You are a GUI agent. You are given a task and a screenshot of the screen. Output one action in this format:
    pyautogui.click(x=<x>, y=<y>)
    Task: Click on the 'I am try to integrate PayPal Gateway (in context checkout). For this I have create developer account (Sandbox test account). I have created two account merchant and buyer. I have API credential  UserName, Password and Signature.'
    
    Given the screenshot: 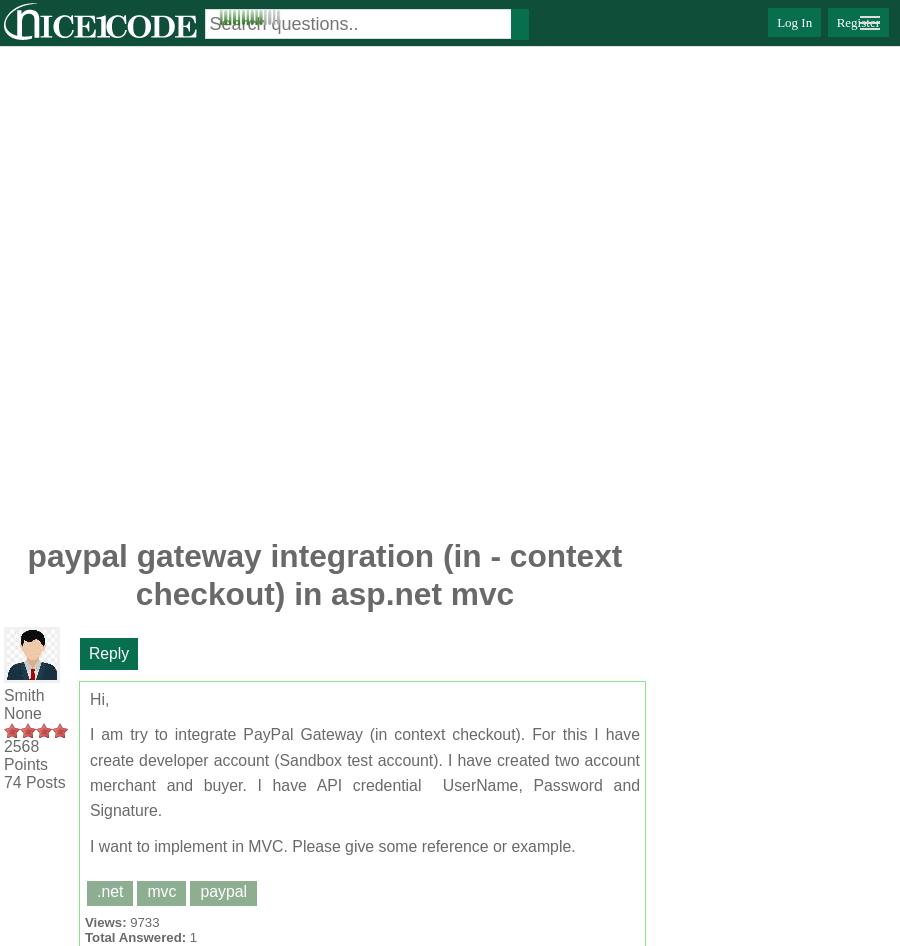 What is the action you would take?
    pyautogui.click(x=365, y=771)
    